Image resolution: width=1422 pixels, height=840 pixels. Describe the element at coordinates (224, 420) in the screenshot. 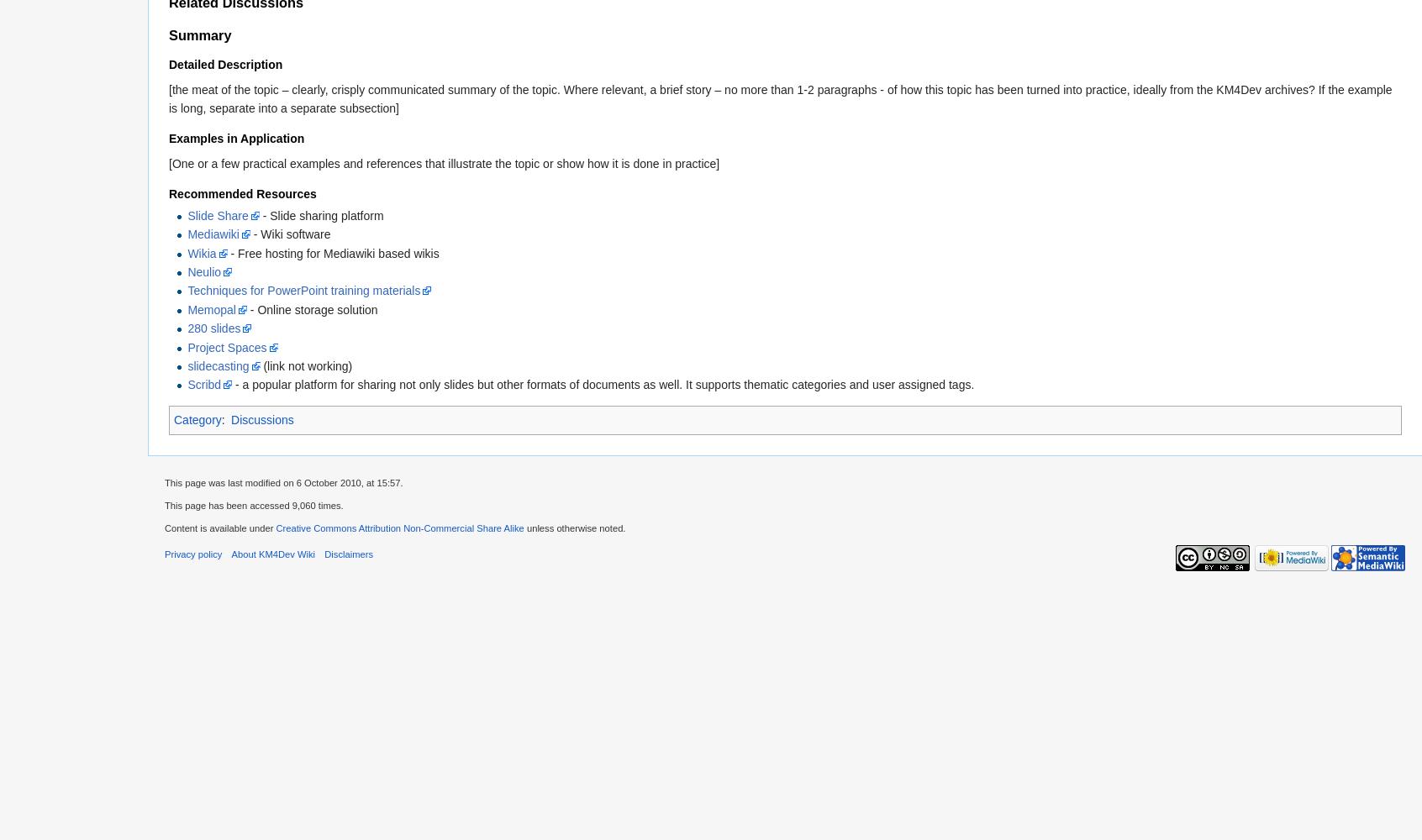

I see `':'` at that location.